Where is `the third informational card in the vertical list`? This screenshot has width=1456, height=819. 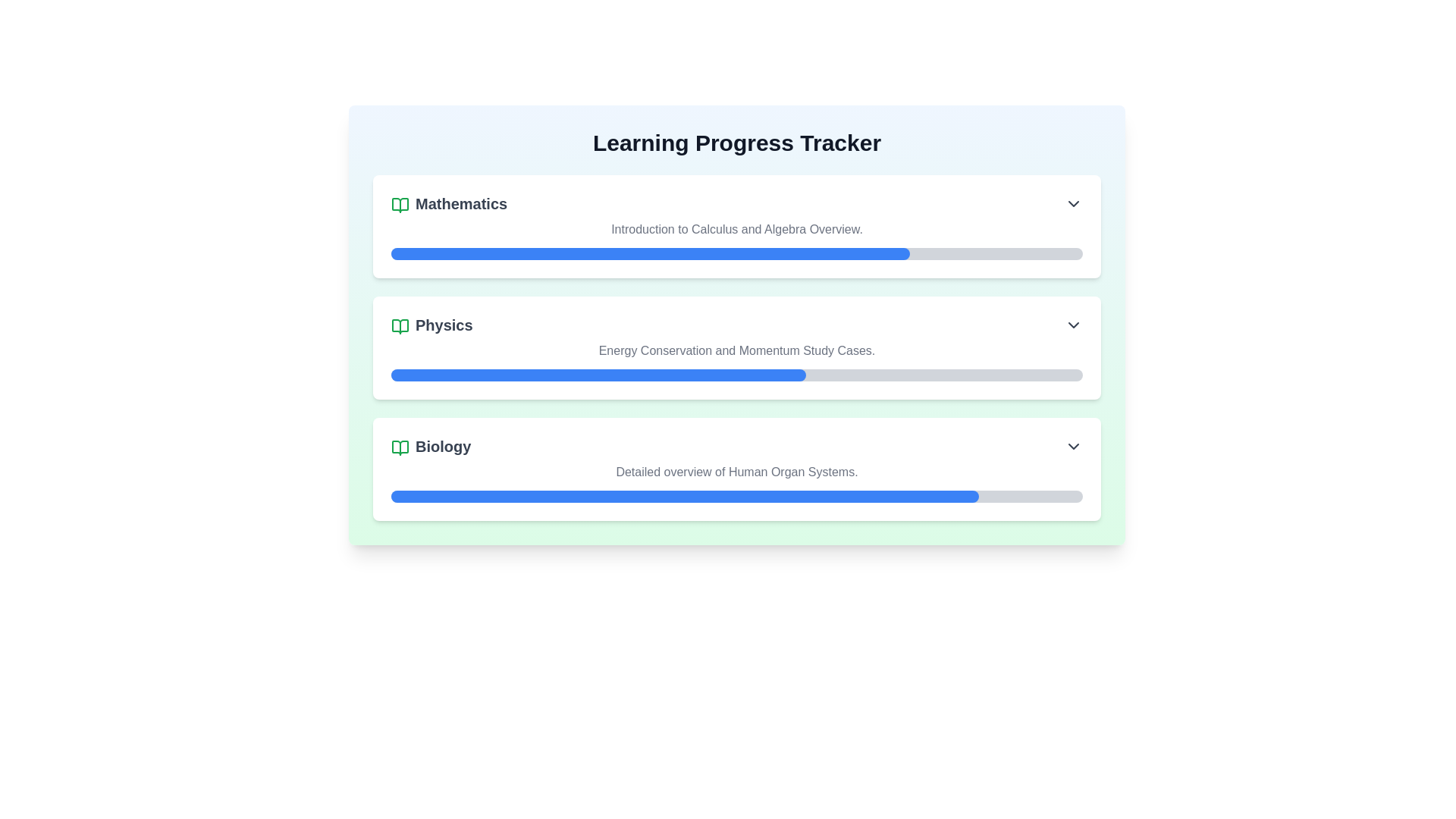 the third informational card in the vertical list is located at coordinates (736, 468).